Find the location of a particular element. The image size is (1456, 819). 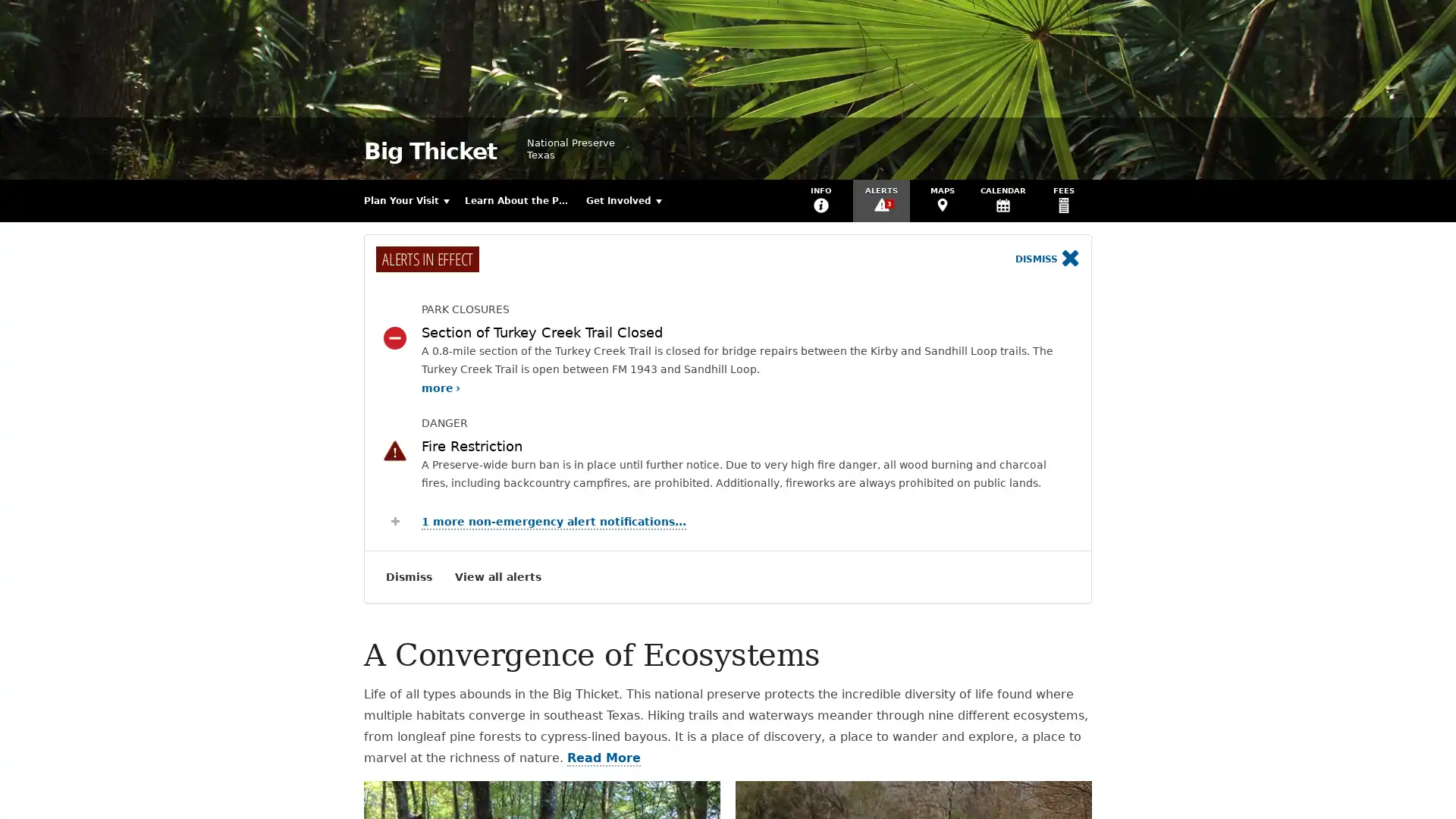

Dismiss Alerts Notification is located at coordinates (409, 576).